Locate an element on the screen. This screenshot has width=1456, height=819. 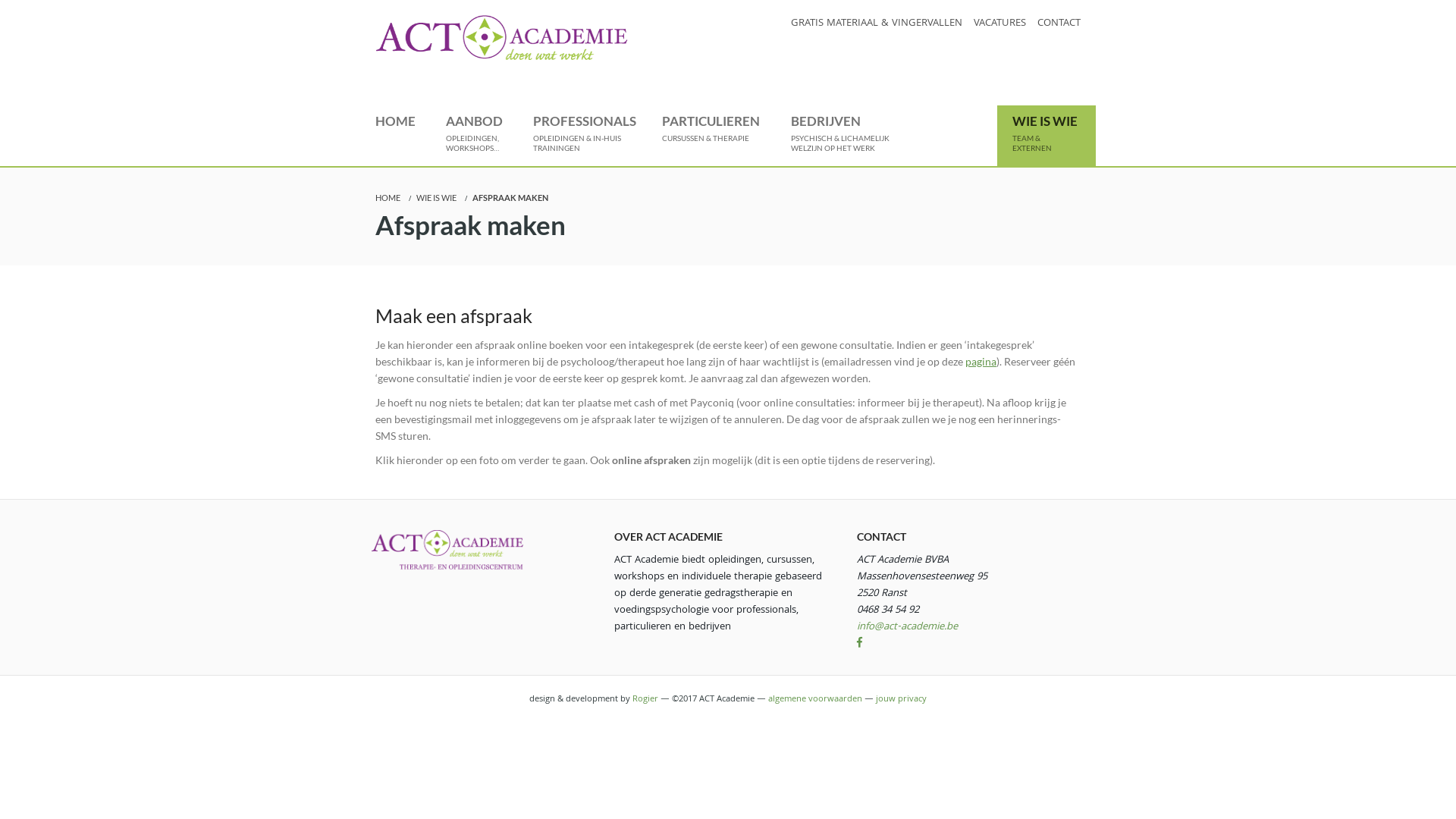
'GRATIS MATERIAAL & VINGERVALLEN' is located at coordinates (877, 23).